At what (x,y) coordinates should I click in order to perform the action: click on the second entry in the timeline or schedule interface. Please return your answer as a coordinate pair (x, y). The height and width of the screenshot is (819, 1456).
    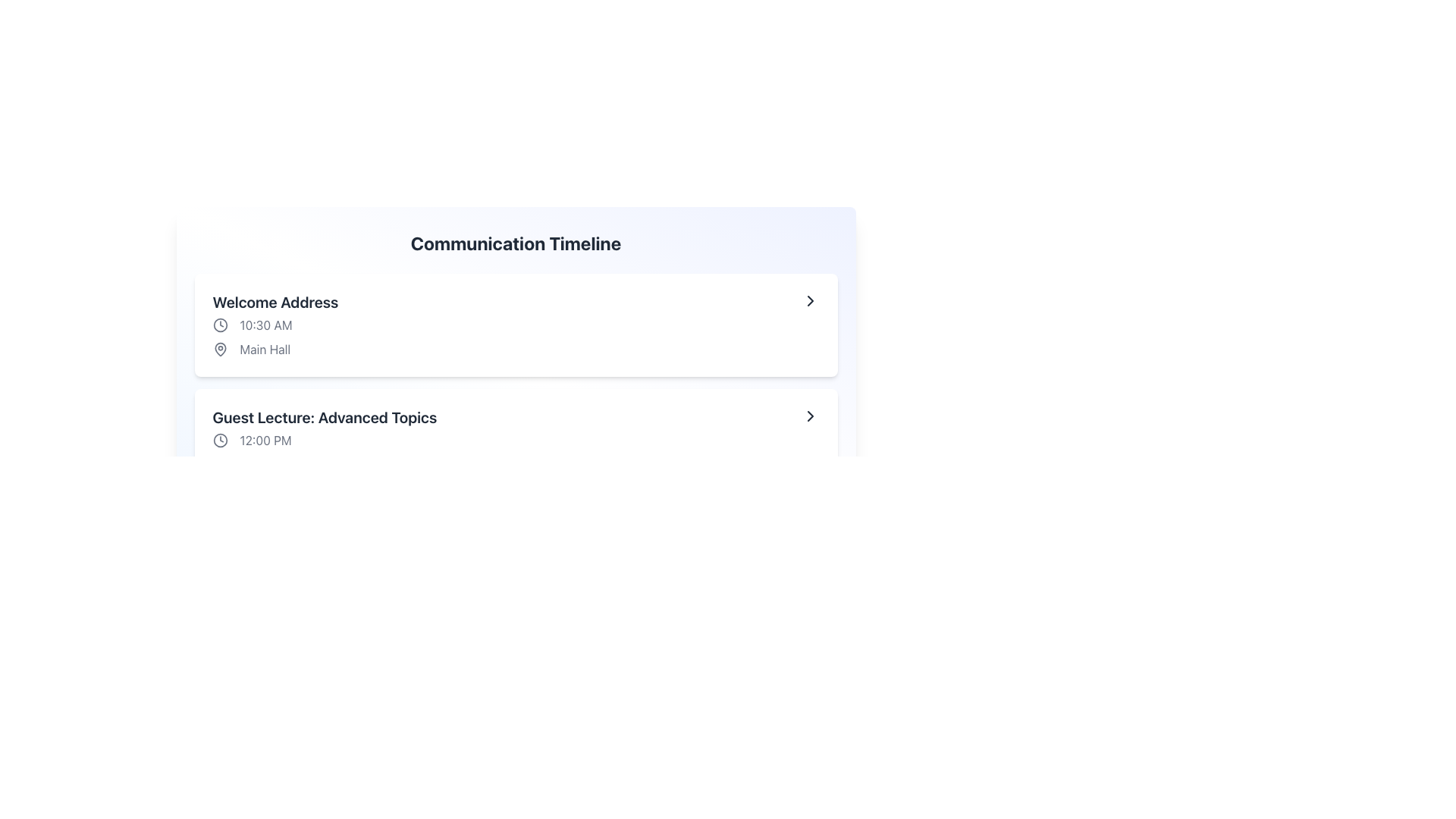
    Looking at the image, I should click on (516, 441).